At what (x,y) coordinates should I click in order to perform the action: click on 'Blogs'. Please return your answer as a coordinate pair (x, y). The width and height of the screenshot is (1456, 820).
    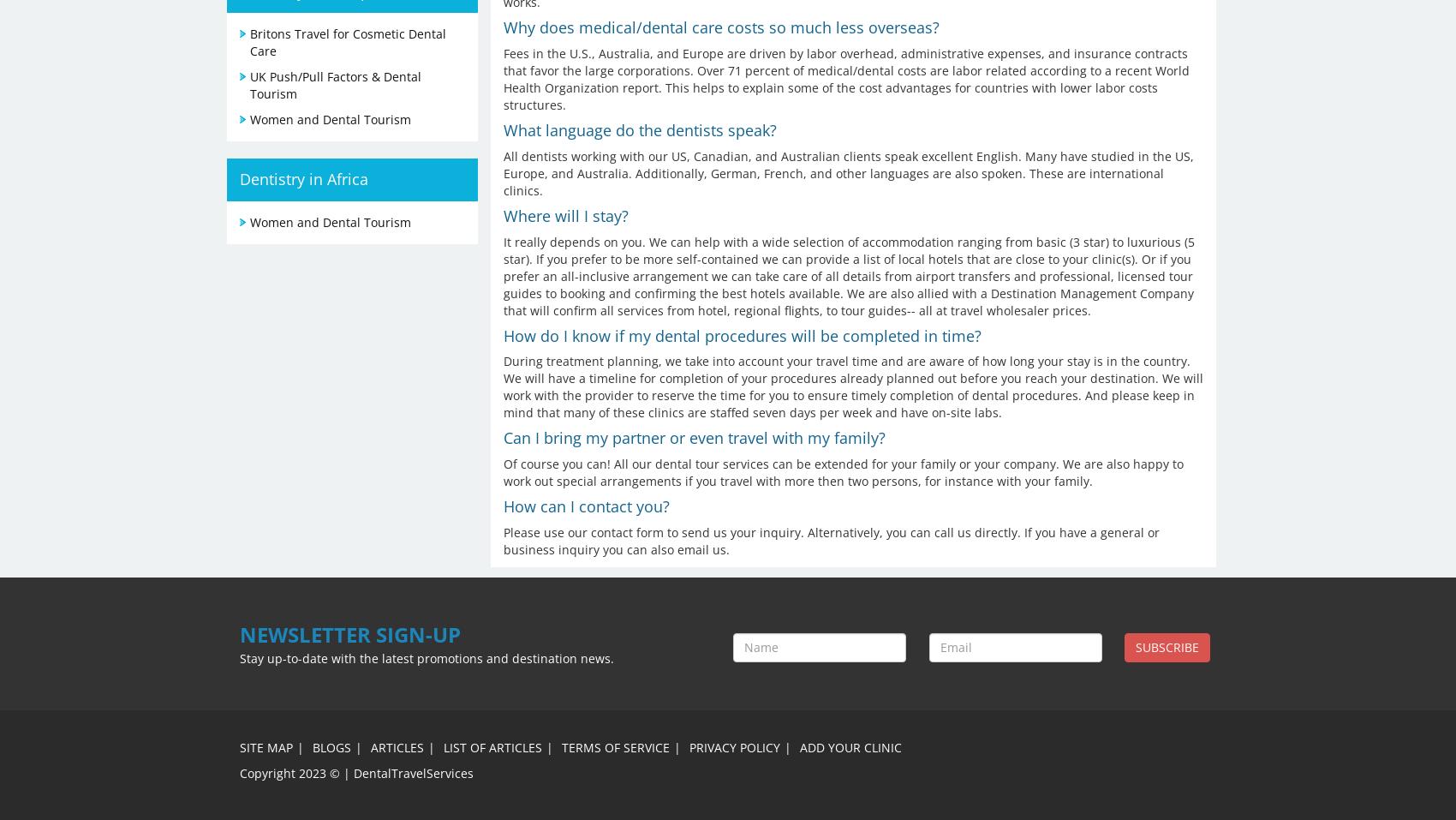
    Looking at the image, I should click on (331, 746).